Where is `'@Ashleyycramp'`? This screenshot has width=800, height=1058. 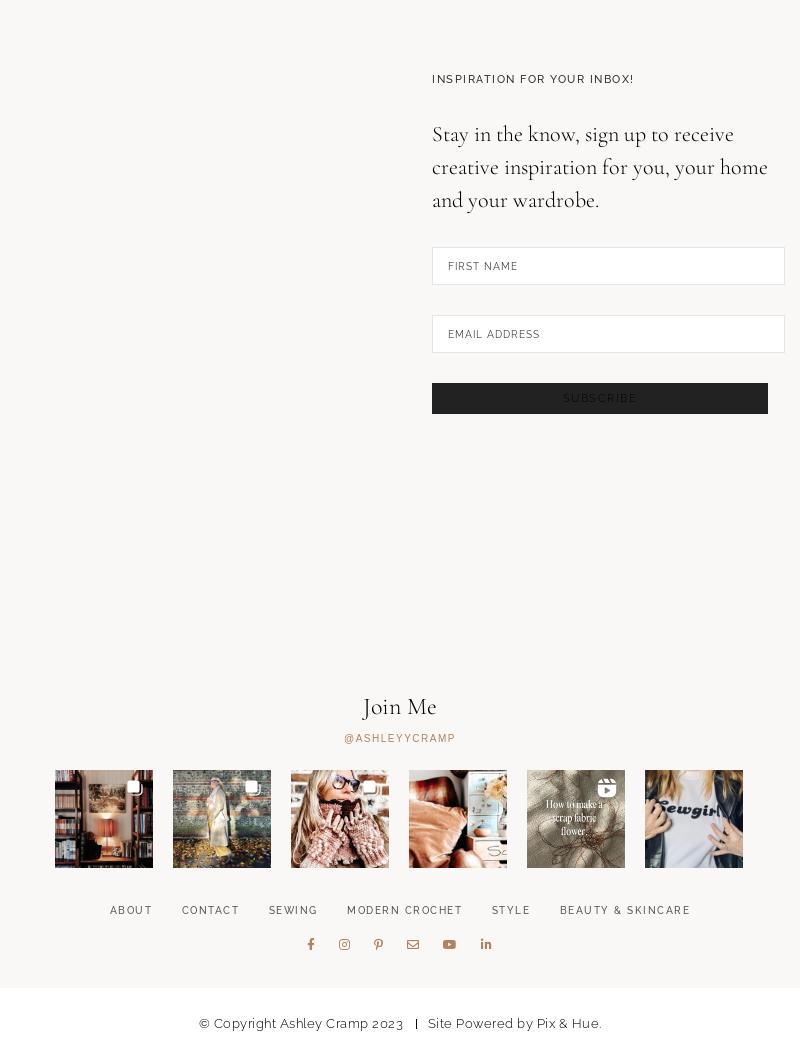
'@Ashleyycramp' is located at coordinates (398, 839).